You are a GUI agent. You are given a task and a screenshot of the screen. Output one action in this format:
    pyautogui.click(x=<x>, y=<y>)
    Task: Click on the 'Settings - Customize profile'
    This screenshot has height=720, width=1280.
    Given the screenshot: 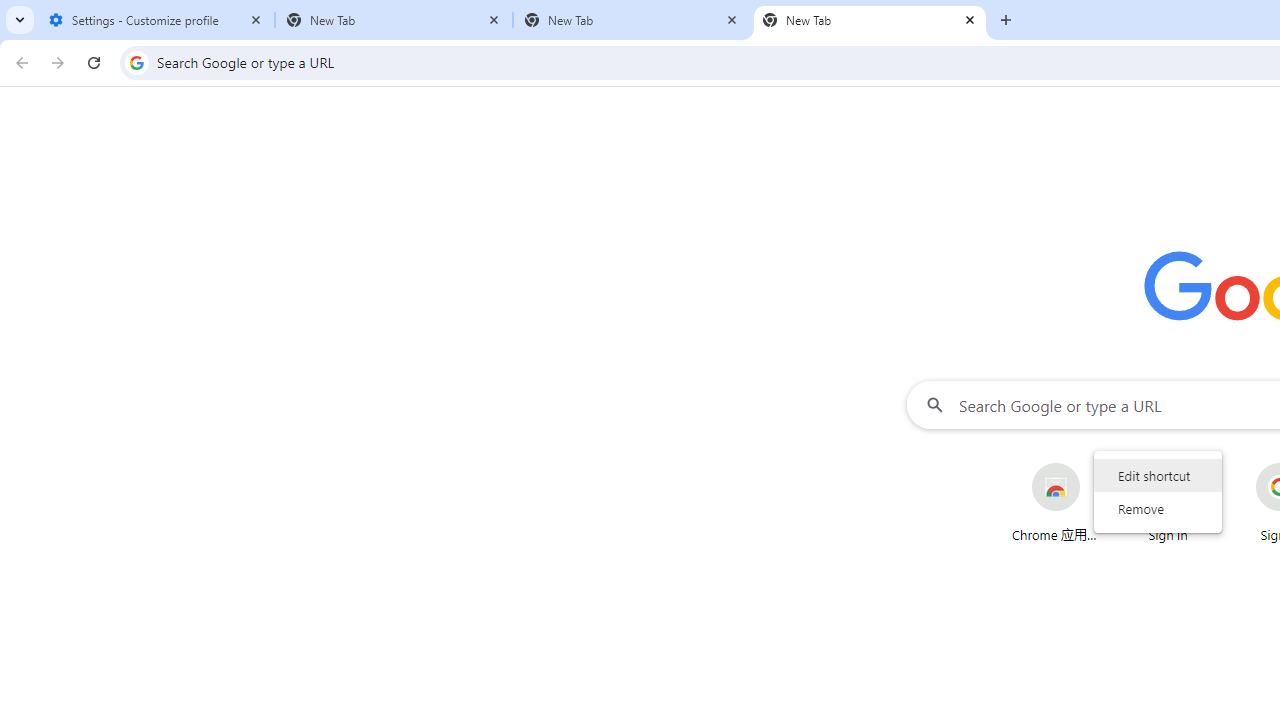 What is the action you would take?
    pyautogui.click(x=155, y=20)
    